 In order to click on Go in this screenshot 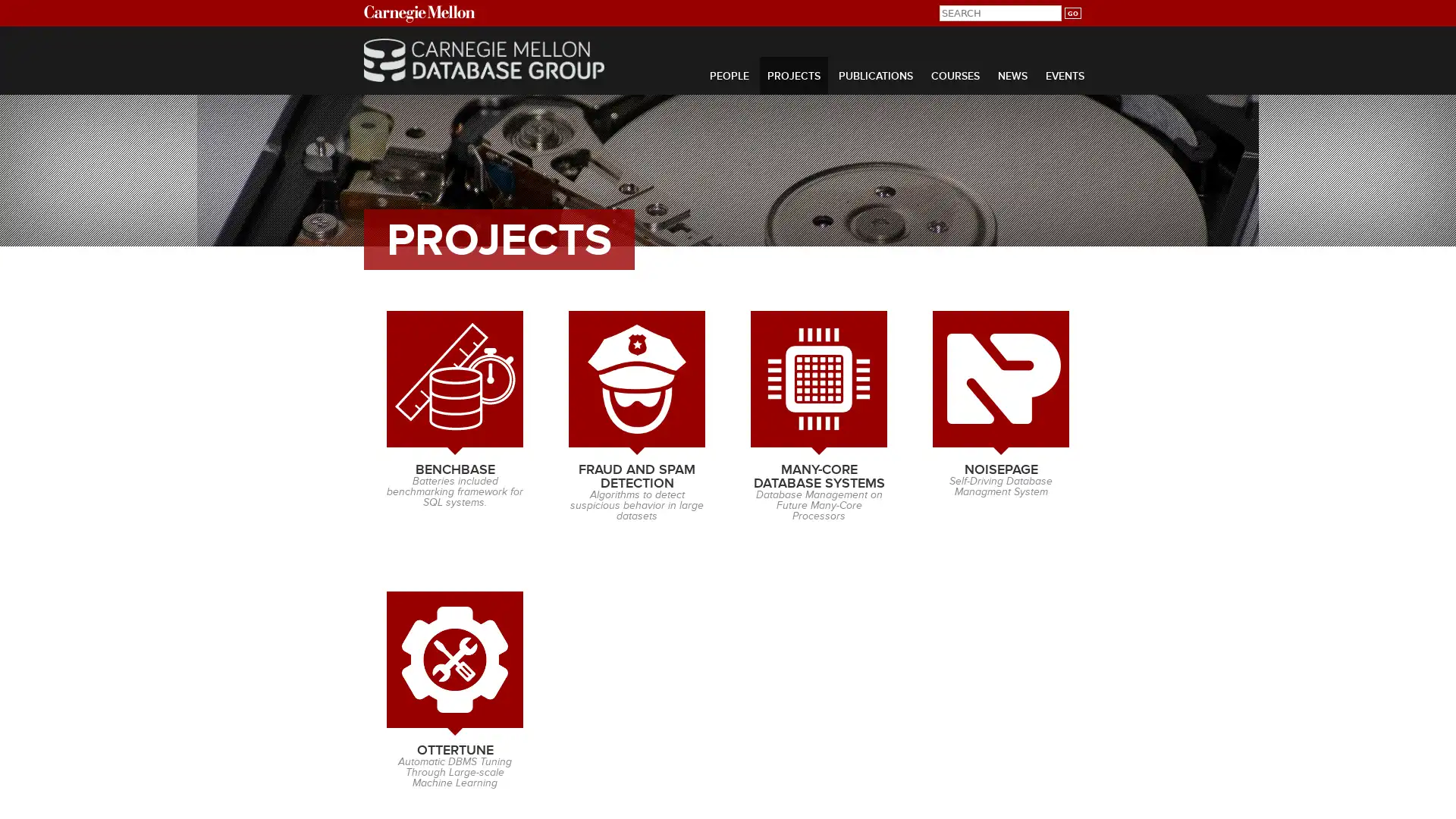, I will do `click(1072, 13)`.